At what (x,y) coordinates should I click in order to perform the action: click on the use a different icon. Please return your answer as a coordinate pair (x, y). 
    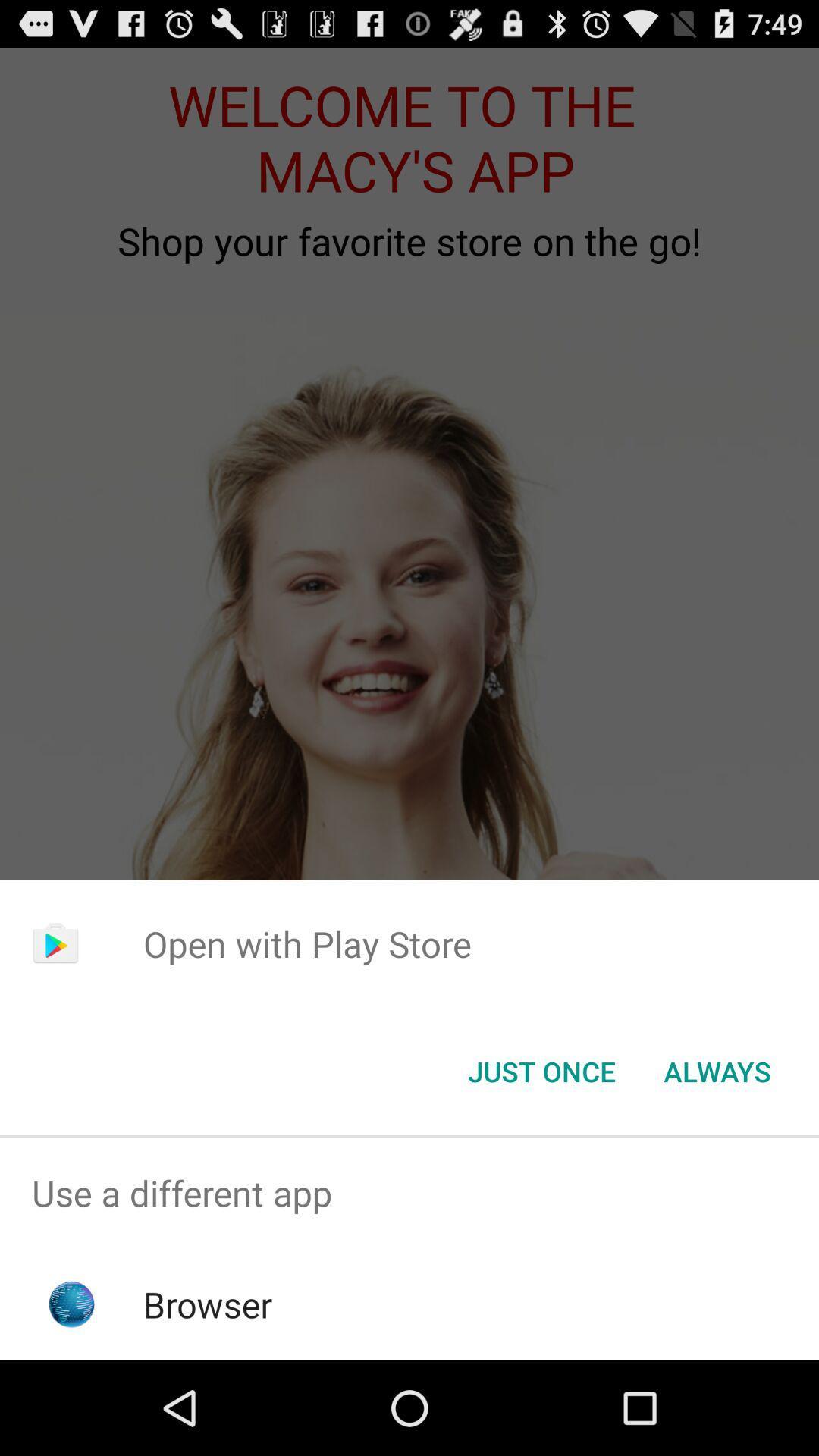
    Looking at the image, I should click on (409, 1192).